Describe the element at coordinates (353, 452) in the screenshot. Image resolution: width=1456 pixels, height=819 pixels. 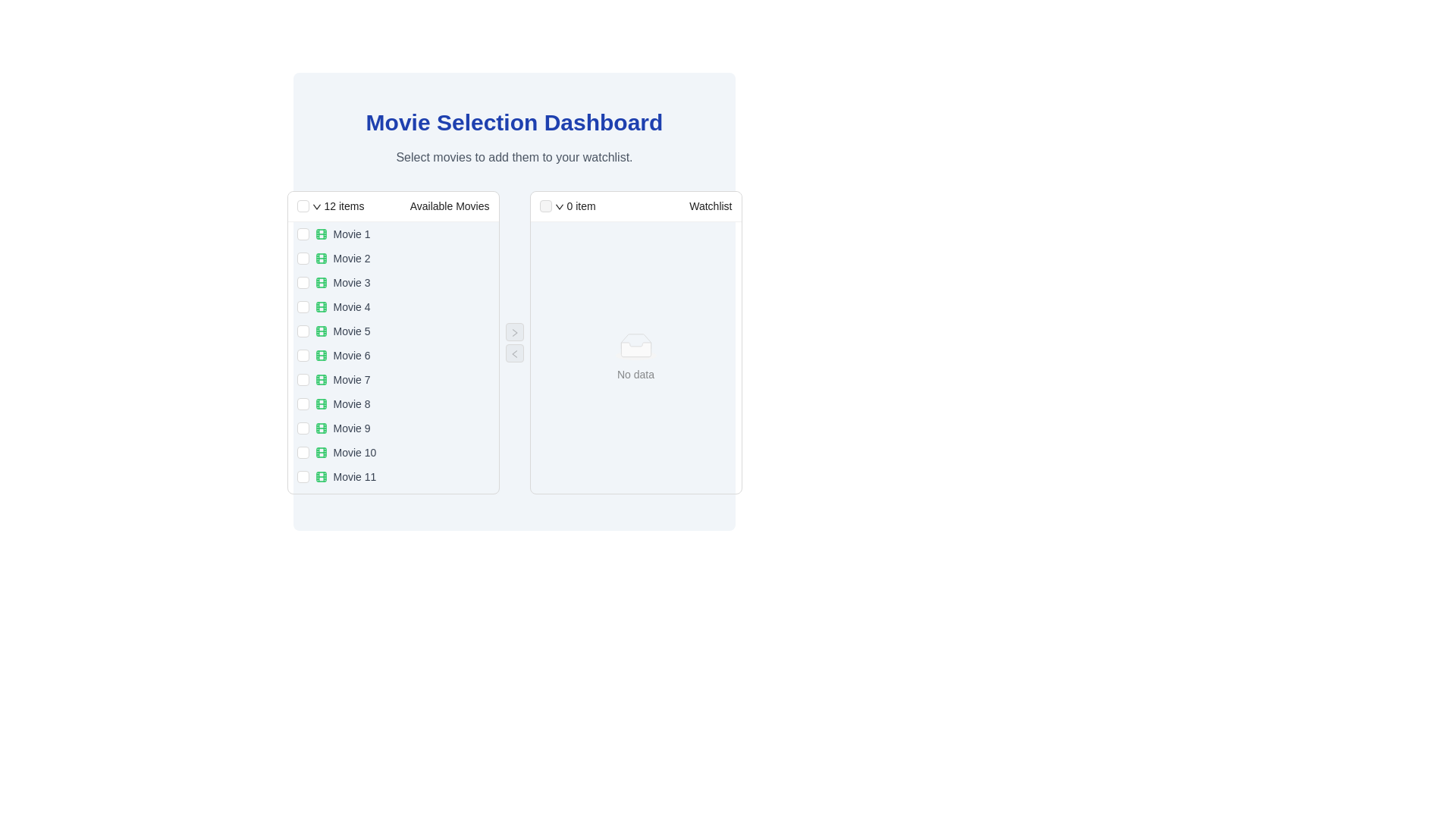
I see `the text label displaying 'Movie 10'` at that location.